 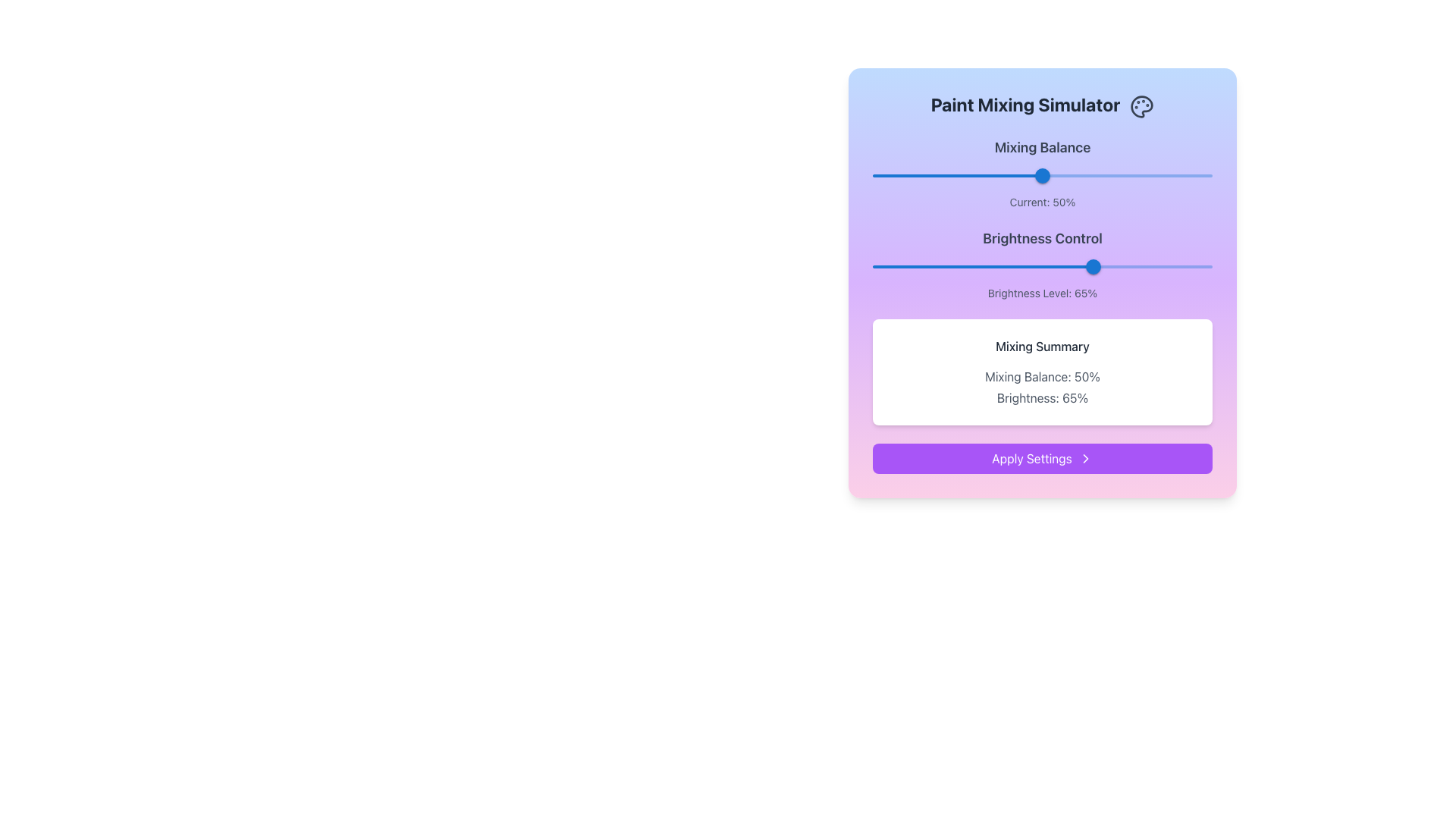 What do you see at coordinates (1041, 265) in the screenshot?
I see `the red horizontal slider rail located under the 'Brightness Control' section in the main UI card` at bounding box center [1041, 265].